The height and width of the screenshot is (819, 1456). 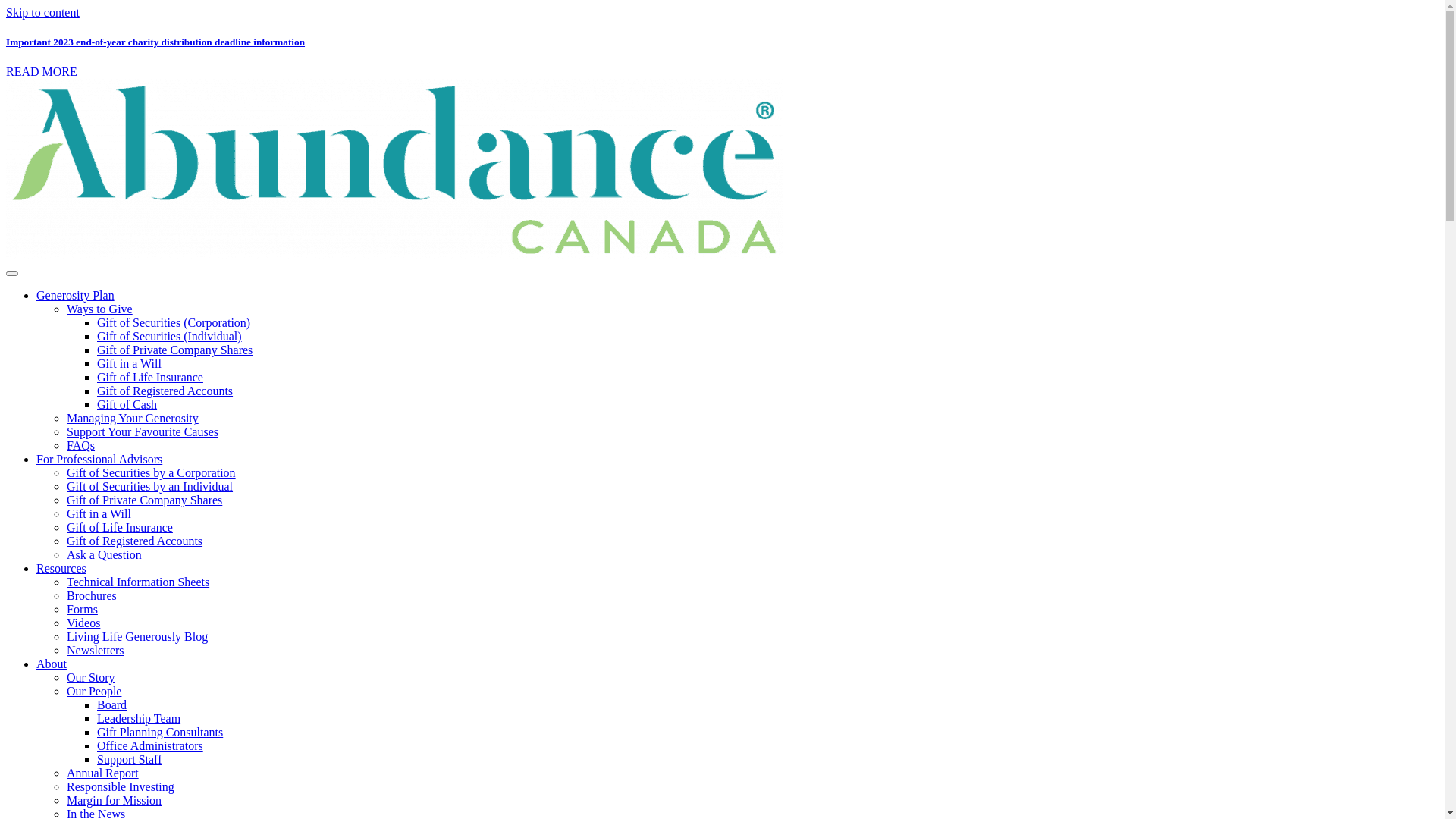 What do you see at coordinates (99, 308) in the screenshot?
I see `'Ways to Give'` at bounding box center [99, 308].